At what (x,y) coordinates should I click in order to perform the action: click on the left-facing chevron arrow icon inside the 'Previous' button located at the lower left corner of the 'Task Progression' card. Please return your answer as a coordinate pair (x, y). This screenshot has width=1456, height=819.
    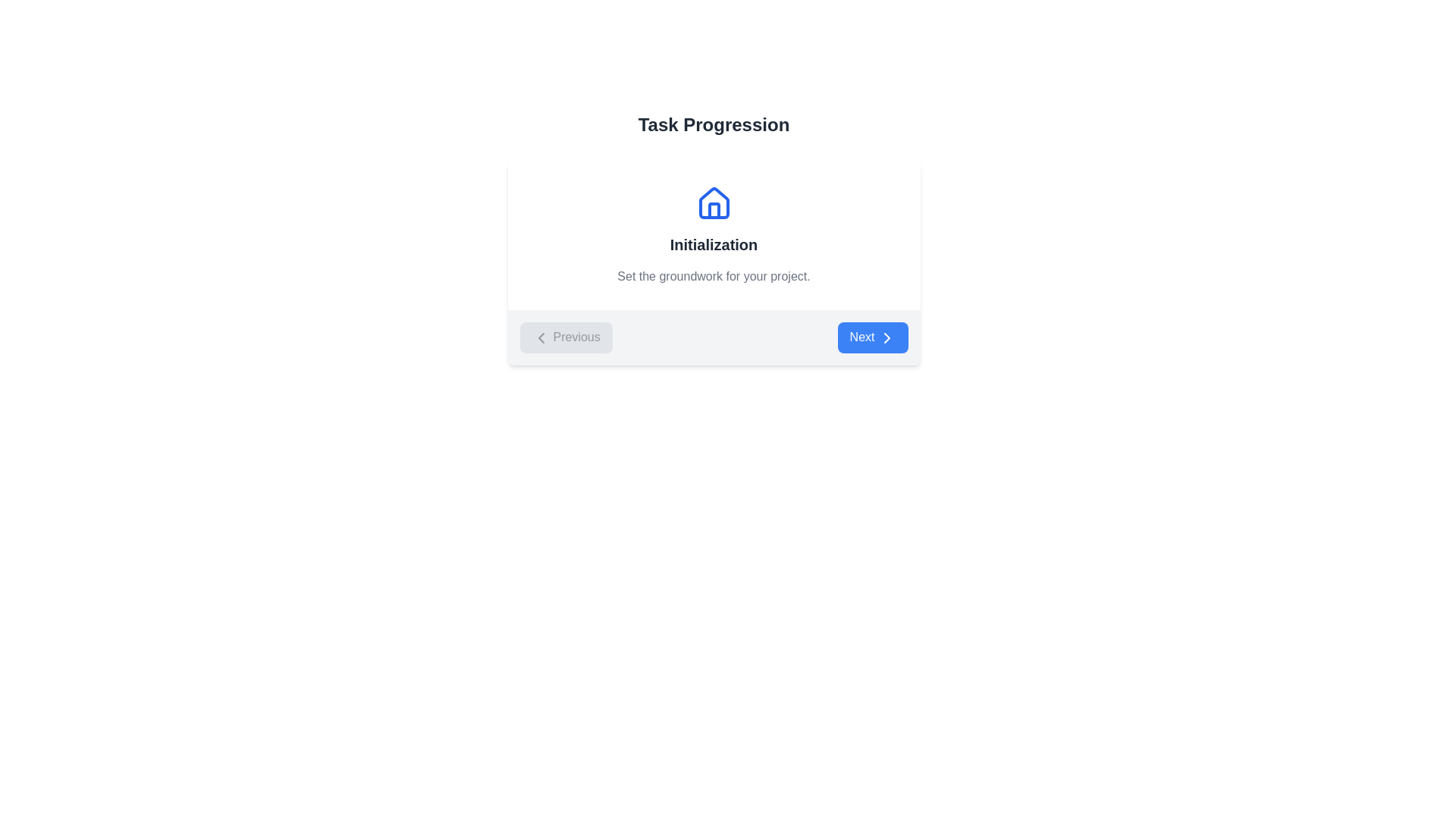
    Looking at the image, I should click on (541, 337).